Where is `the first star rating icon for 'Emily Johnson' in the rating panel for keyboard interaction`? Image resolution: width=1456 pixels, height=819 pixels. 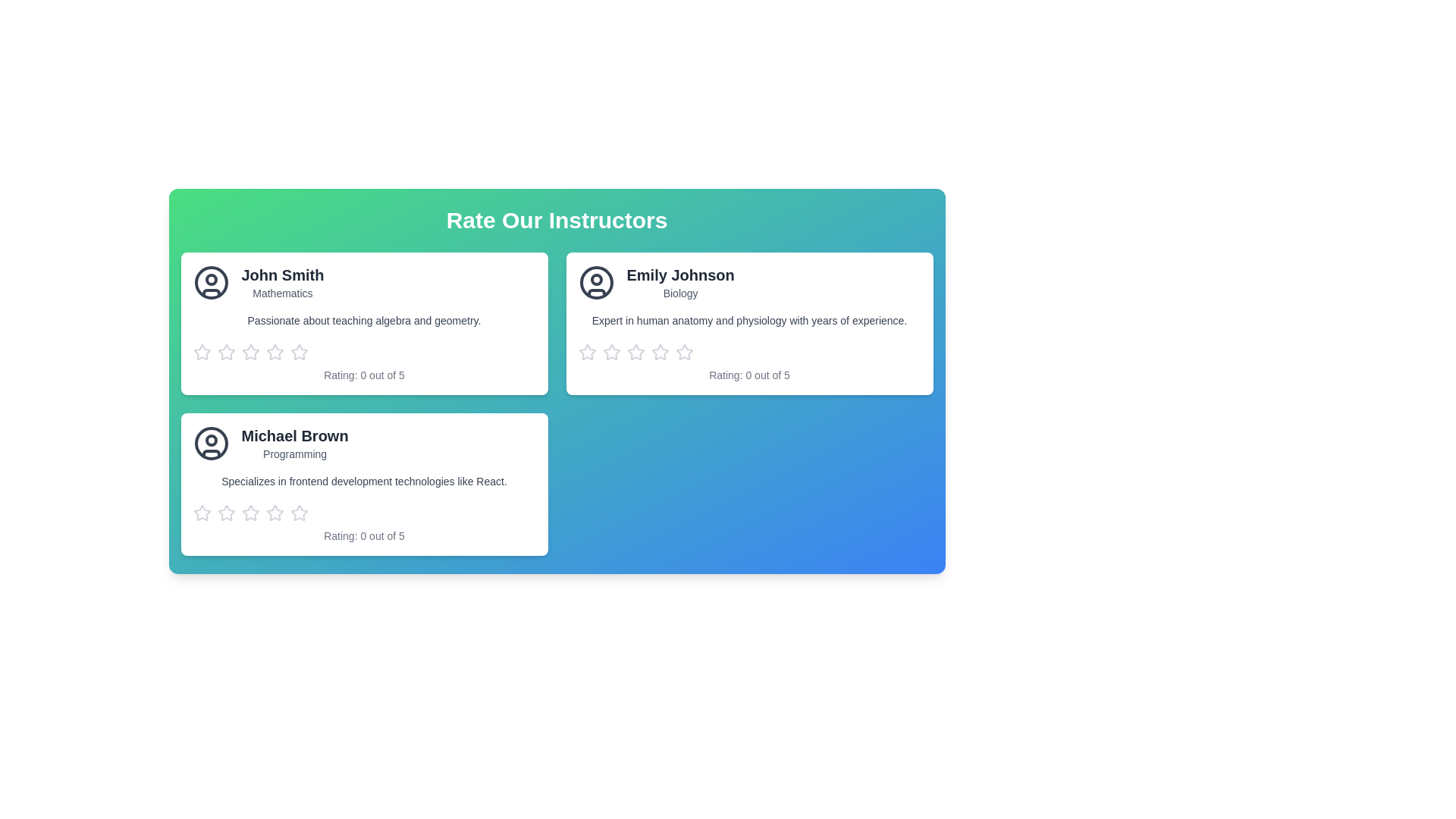 the first star rating icon for 'Emily Johnson' in the rating panel for keyboard interaction is located at coordinates (586, 353).